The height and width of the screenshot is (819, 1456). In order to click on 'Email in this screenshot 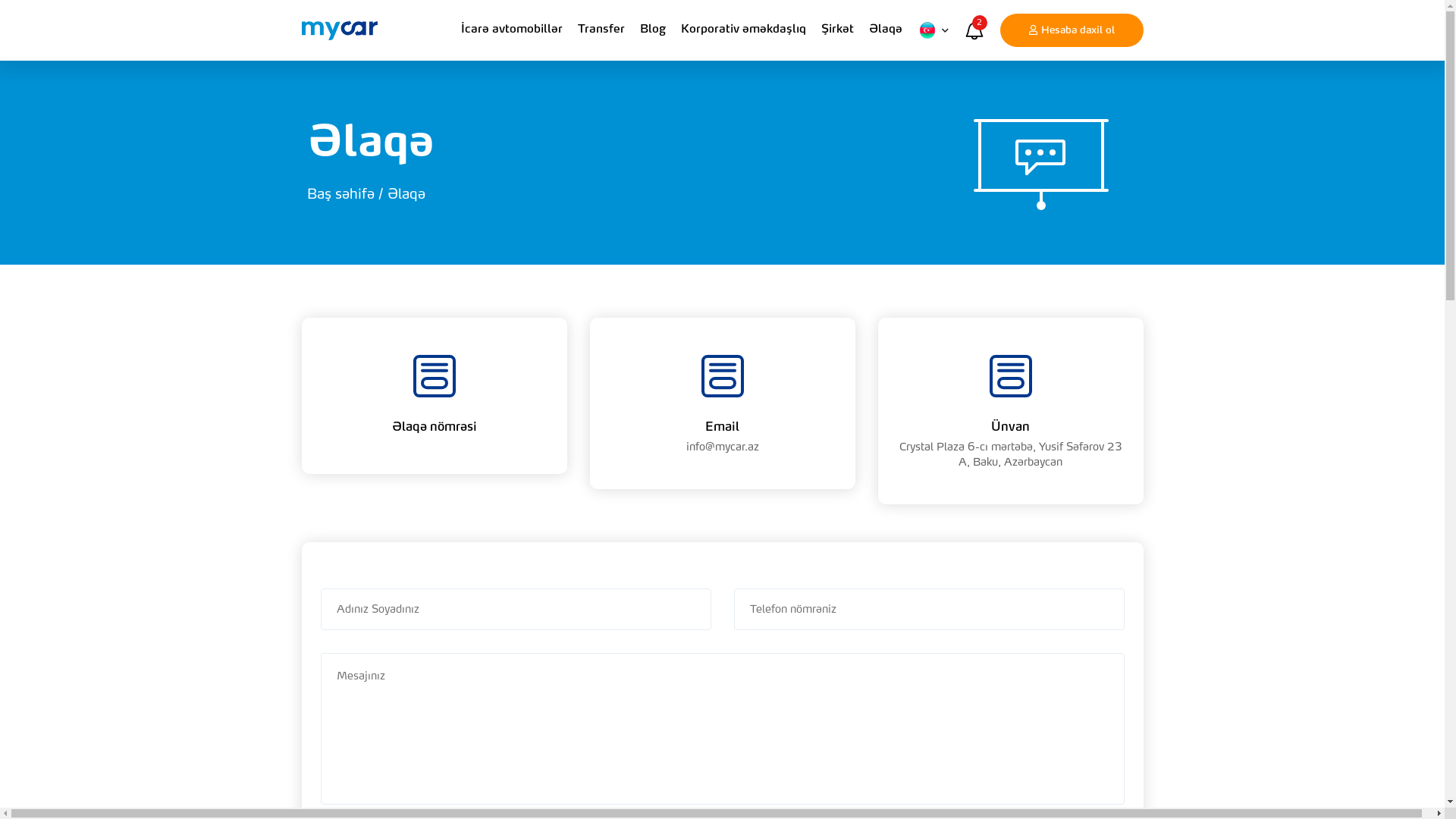, I will do `click(722, 403)`.